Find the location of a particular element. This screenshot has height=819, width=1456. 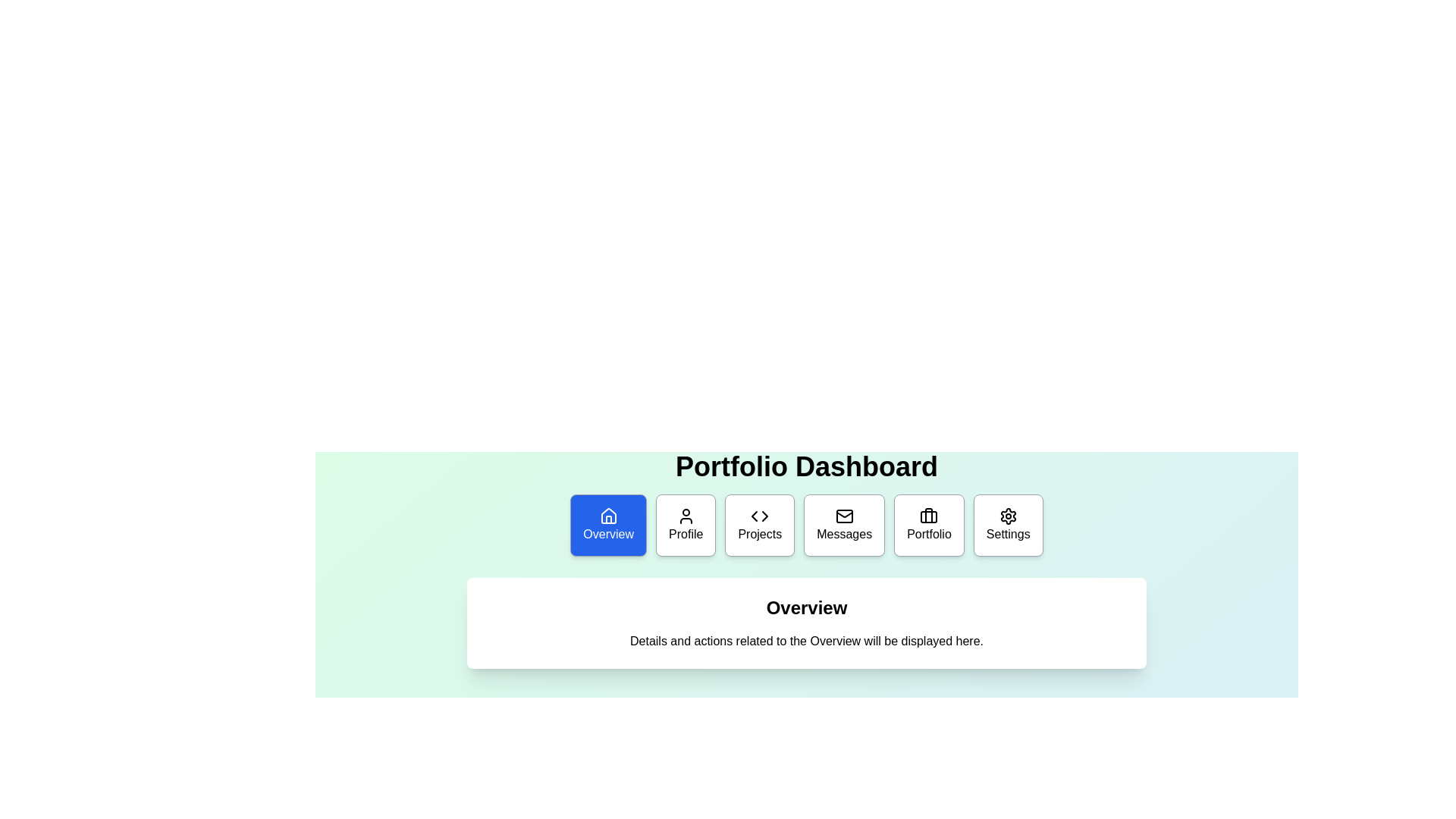

the programming icon associated with the 'Projects' section in the portfolio dashboard, which is the third icon in the horizontal navigation menu under the title 'Portfolio Dashboard' is located at coordinates (760, 516).